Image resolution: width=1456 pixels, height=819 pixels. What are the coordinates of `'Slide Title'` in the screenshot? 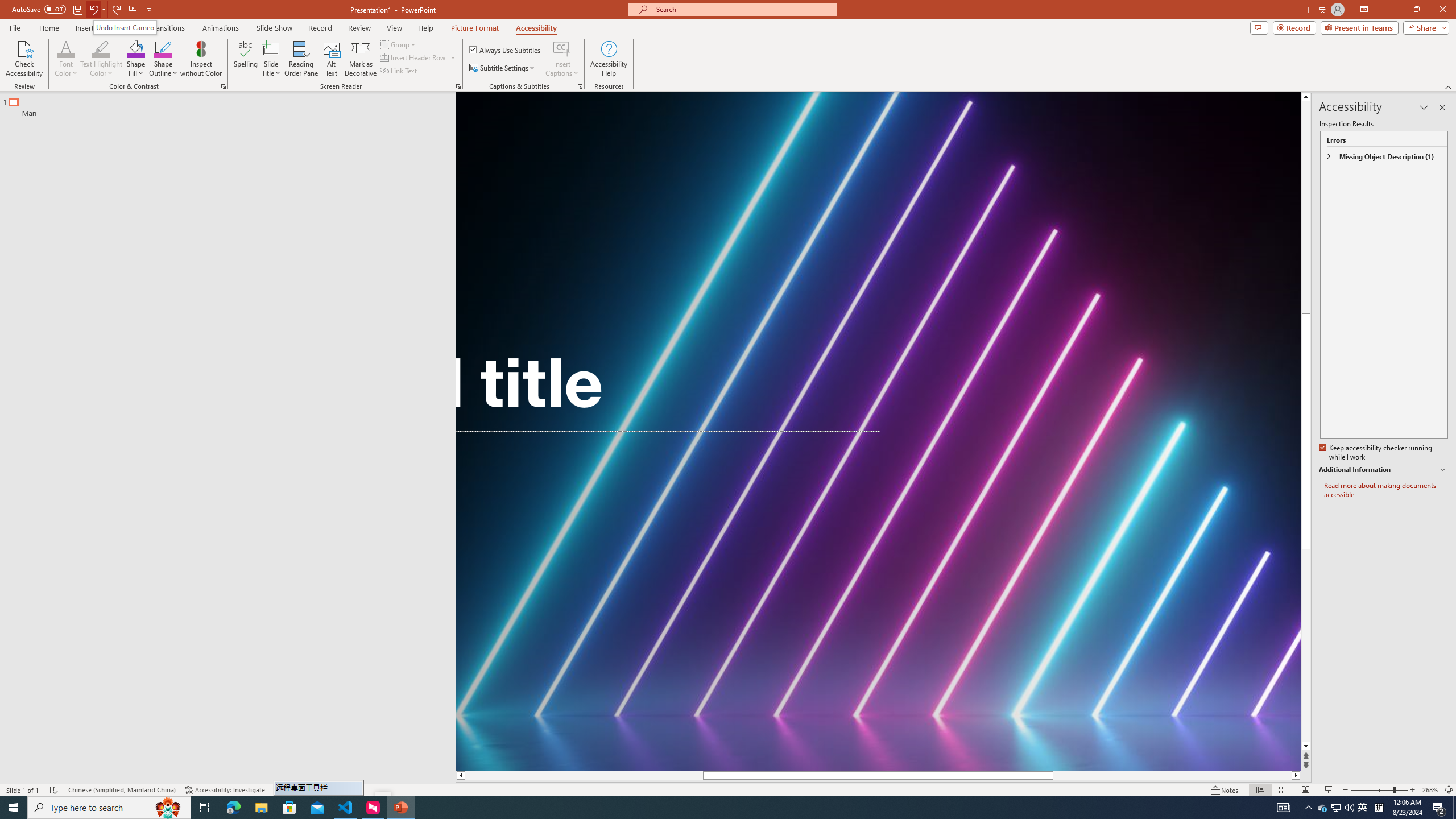 It's located at (271, 48).